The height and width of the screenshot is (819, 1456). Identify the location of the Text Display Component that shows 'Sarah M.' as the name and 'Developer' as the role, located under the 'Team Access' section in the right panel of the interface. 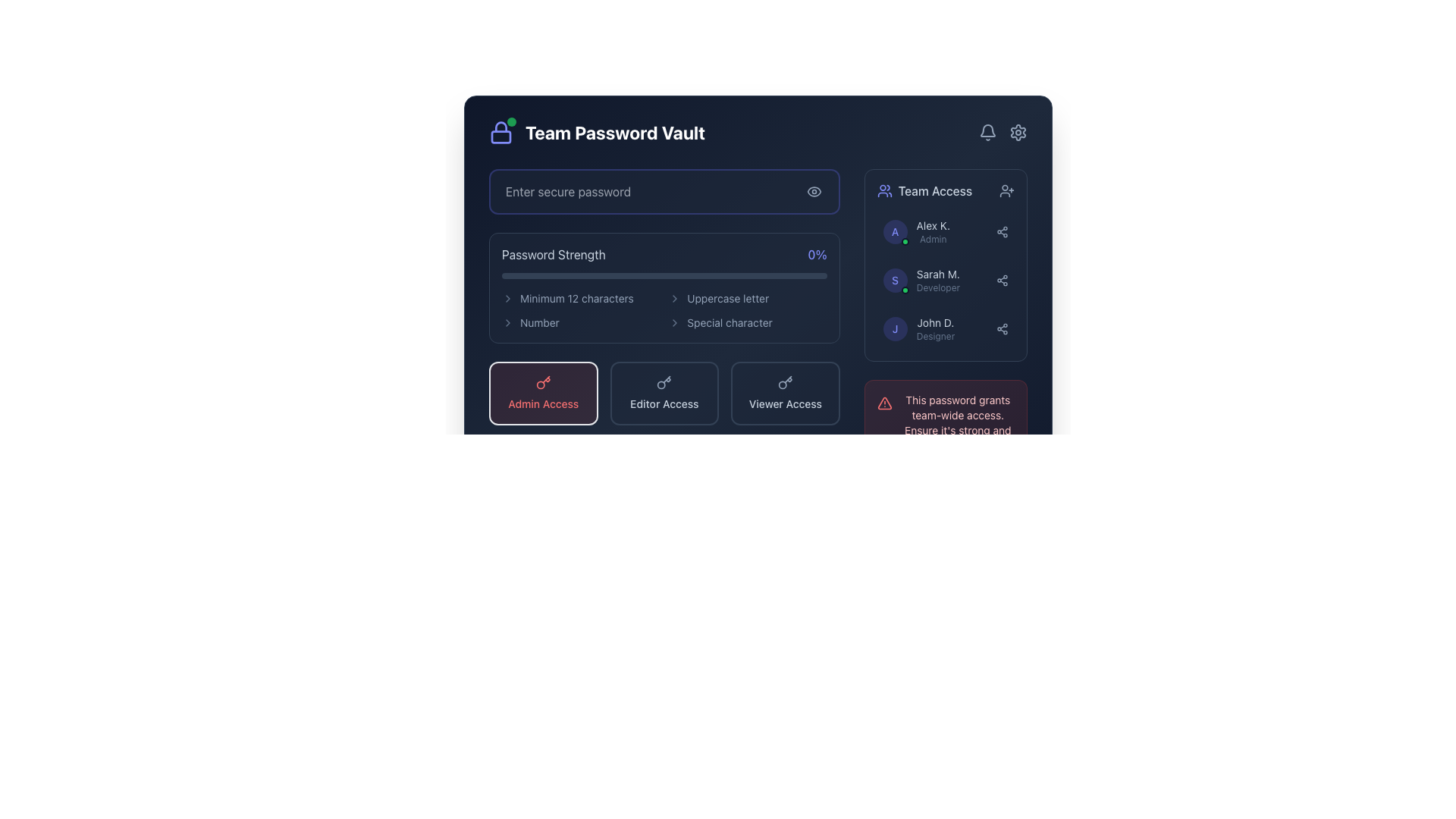
(937, 281).